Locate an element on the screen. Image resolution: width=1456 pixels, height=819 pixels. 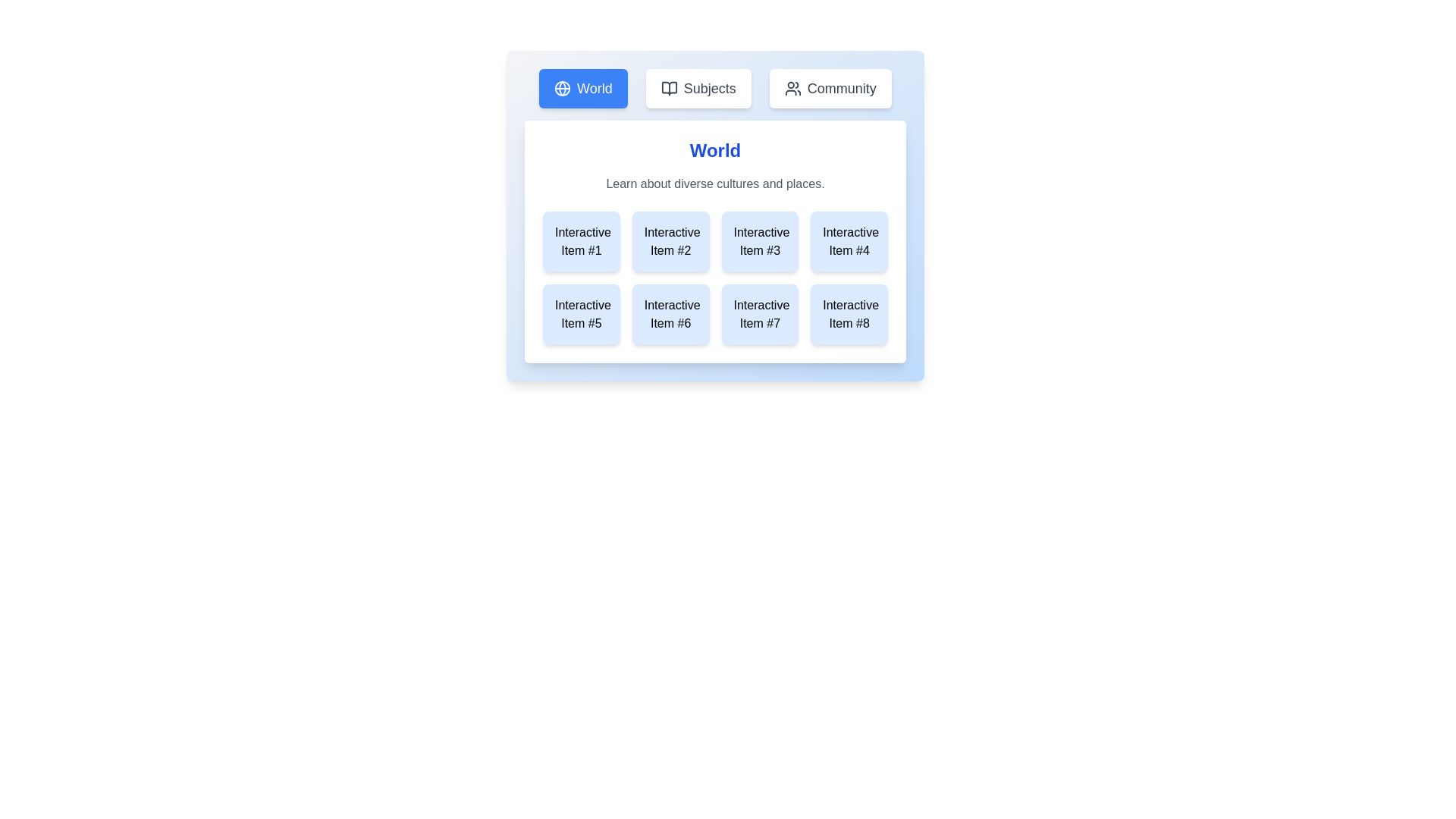
the Community tab to switch views is located at coordinates (830, 88).